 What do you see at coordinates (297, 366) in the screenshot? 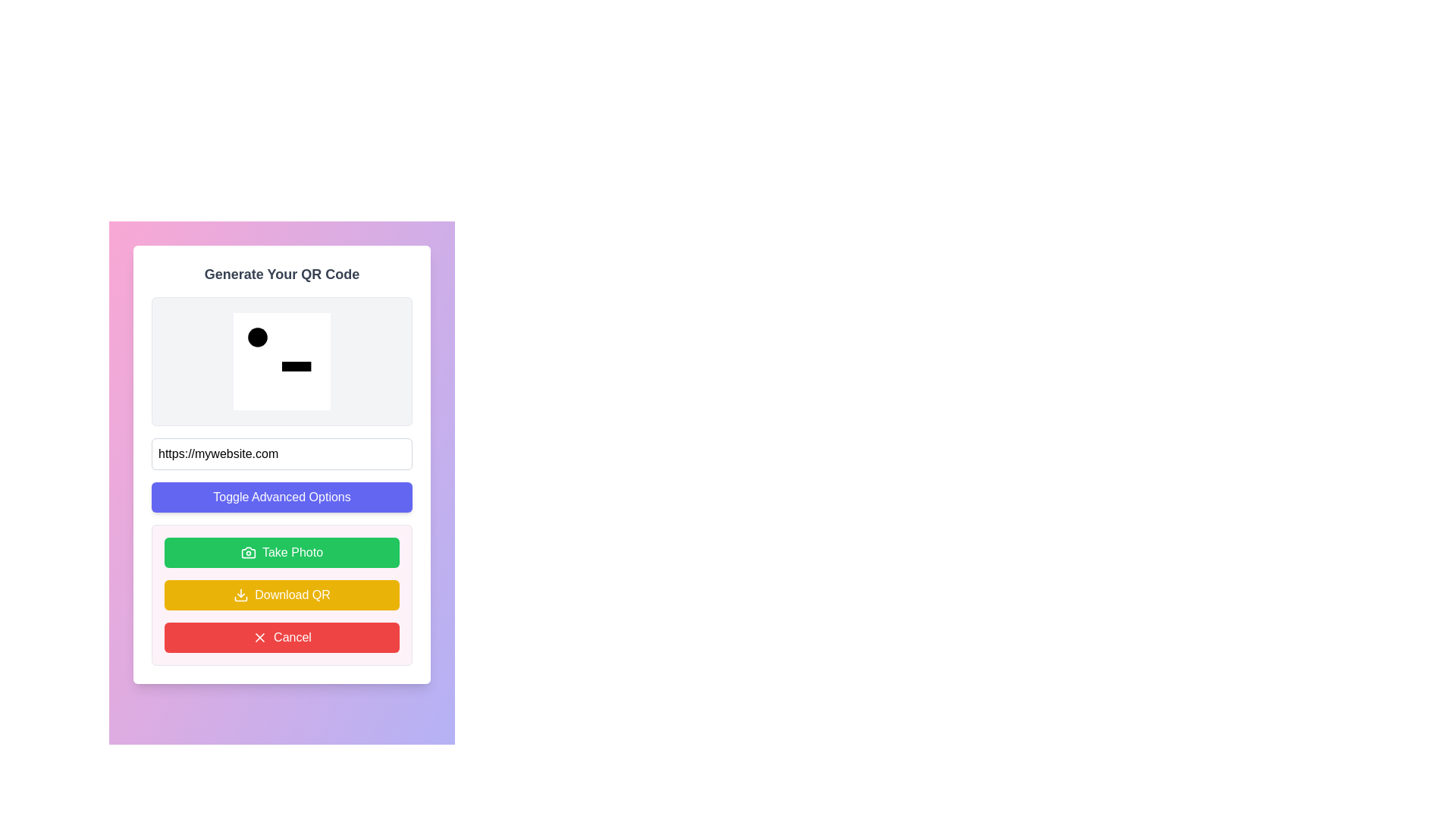
I see `the decorative graphical rectangle element located beneath the circular black element in the center of the interface` at bounding box center [297, 366].